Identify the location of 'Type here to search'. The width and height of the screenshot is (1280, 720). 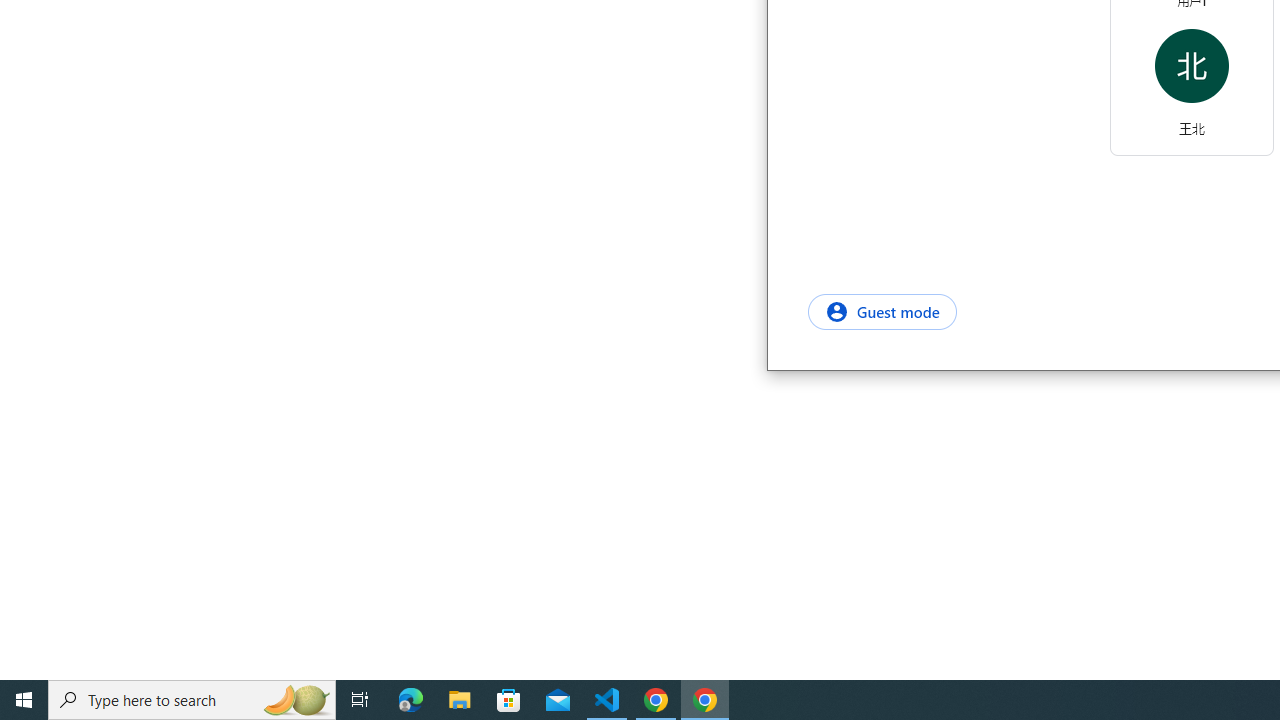
(192, 698).